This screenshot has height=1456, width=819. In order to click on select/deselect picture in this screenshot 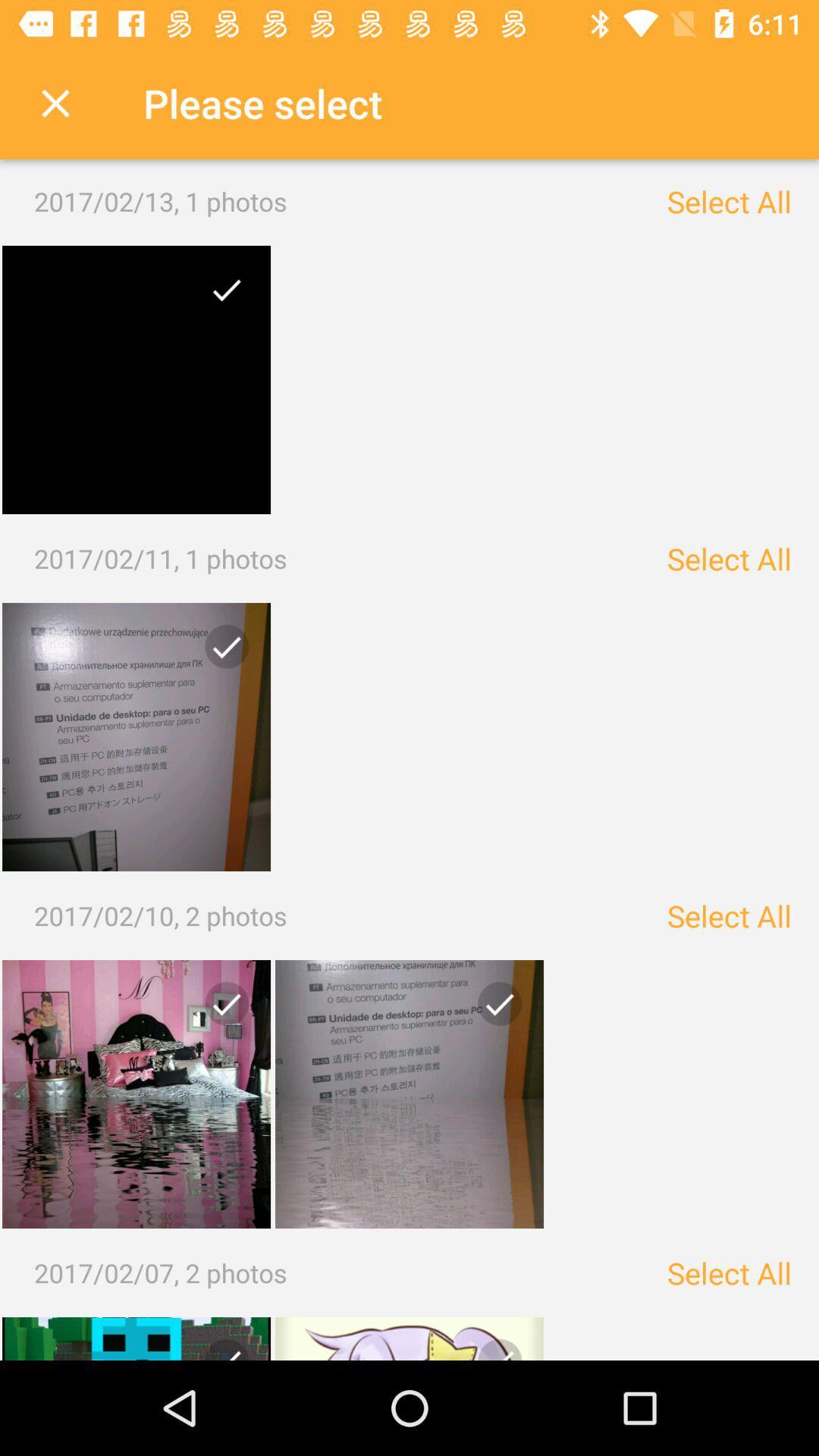, I will do `click(409, 1094)`.